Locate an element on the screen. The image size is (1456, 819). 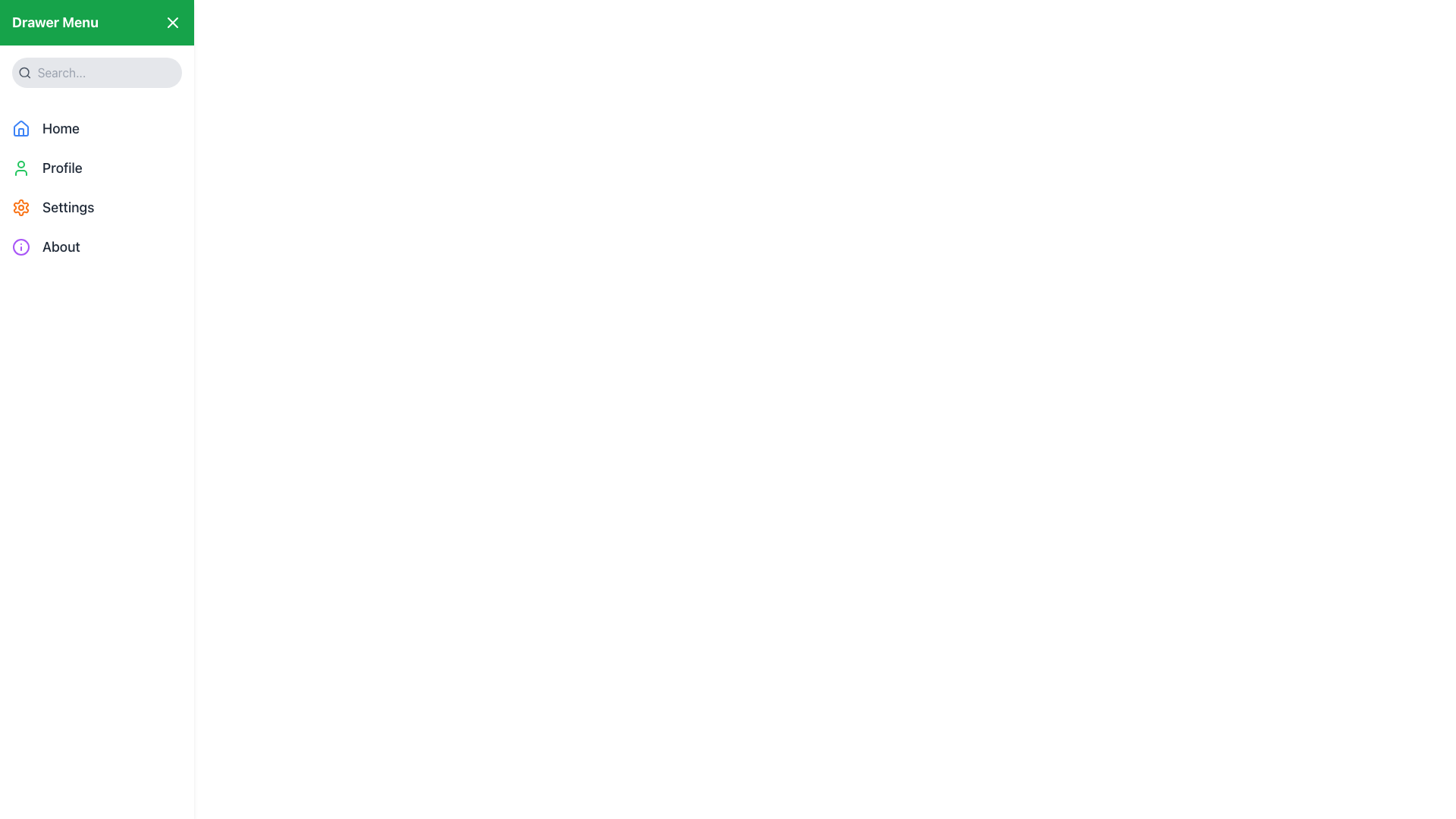
the 'Profile' text label, which is styled in bold and aligned to the right of a user icon in the sidebar menu is located at coordinates (61, 168).